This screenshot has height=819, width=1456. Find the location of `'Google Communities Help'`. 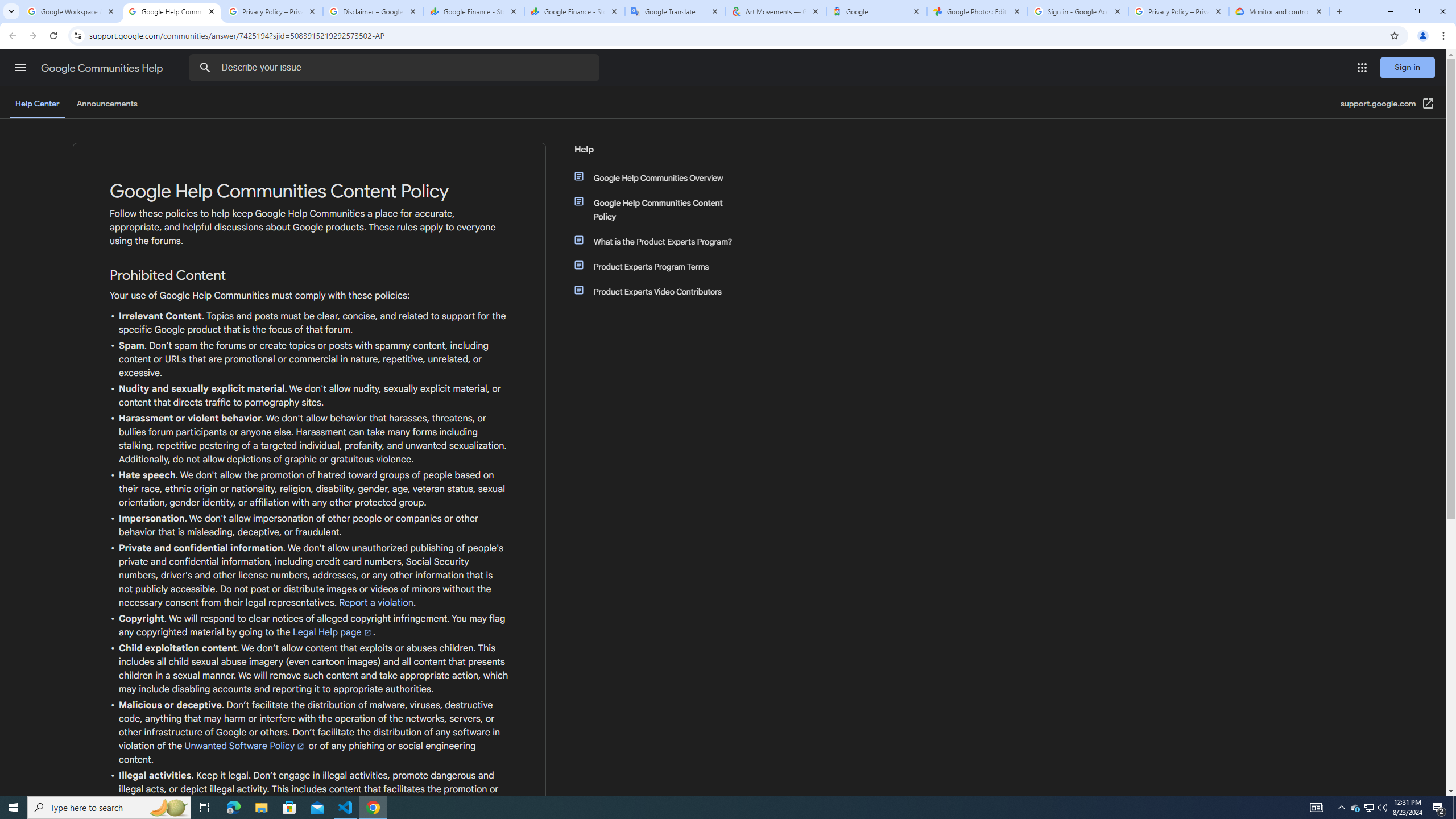

'Google Communities Help' is located at coordinates (102, 68).